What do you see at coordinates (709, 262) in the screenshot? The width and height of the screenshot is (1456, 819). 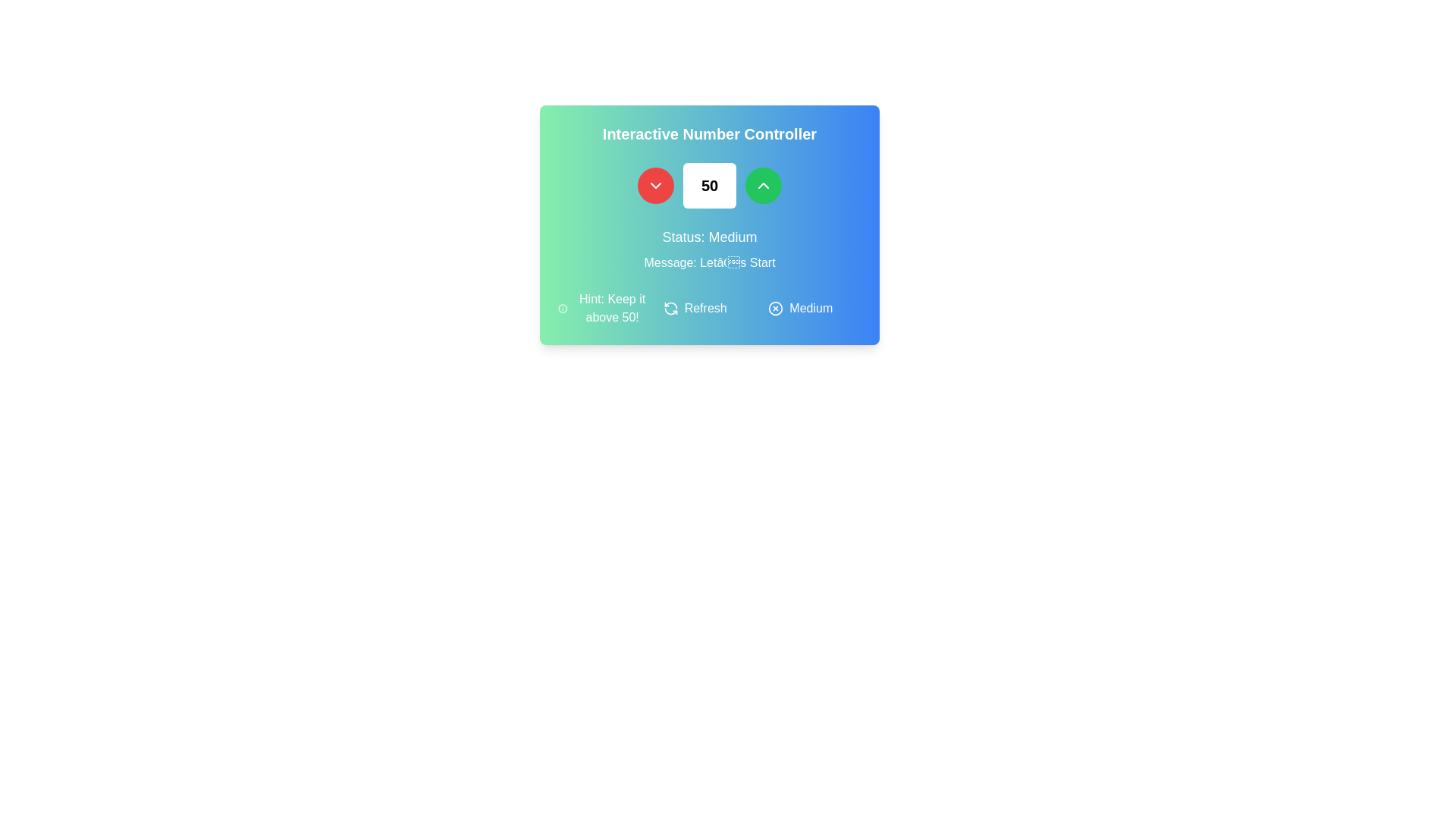 I see `the static text displaying 'Message: Let’s Start'` at bounding box center [709, 262].